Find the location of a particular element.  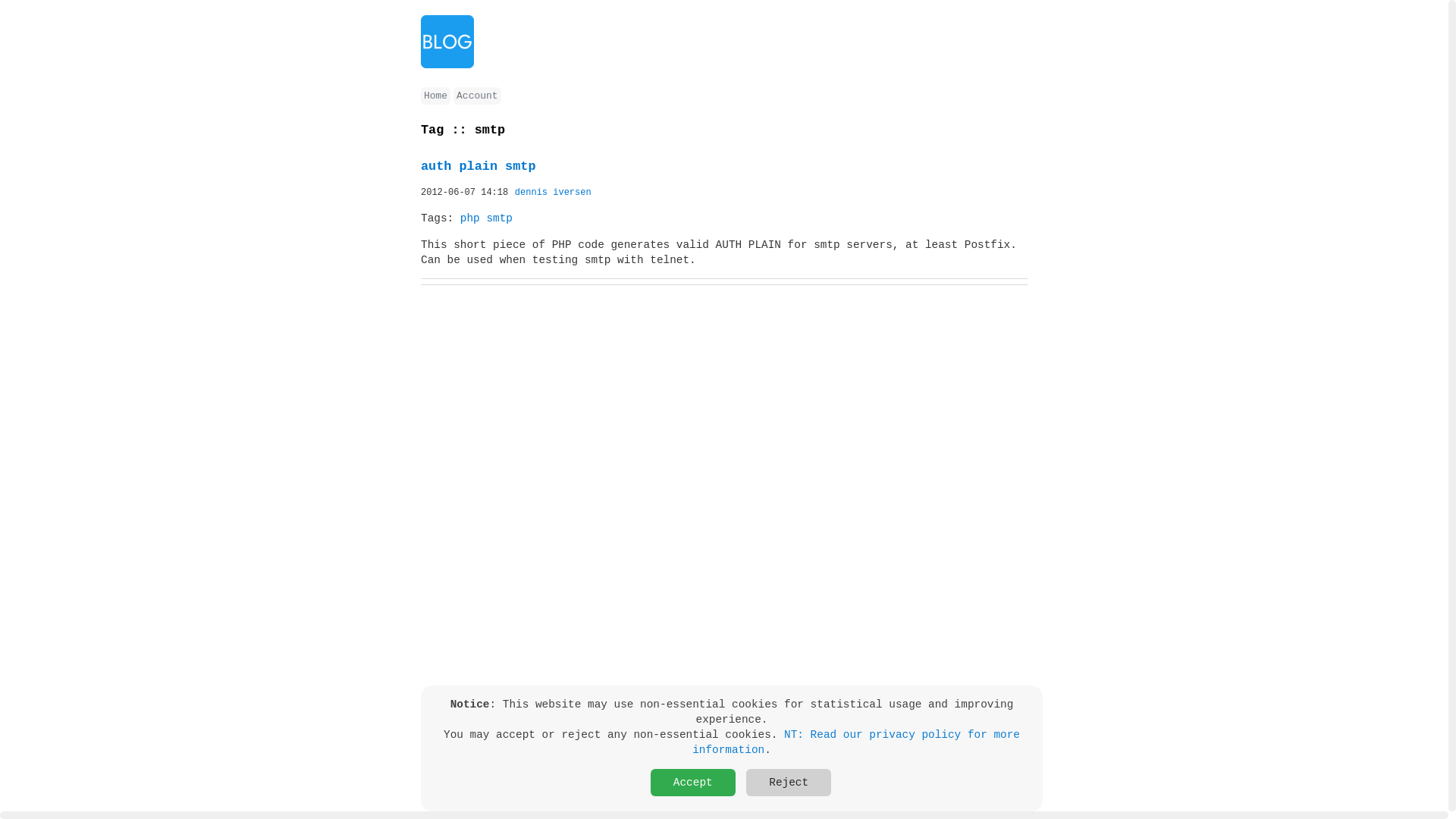

'Reject' is located at coordinates (789, 783).